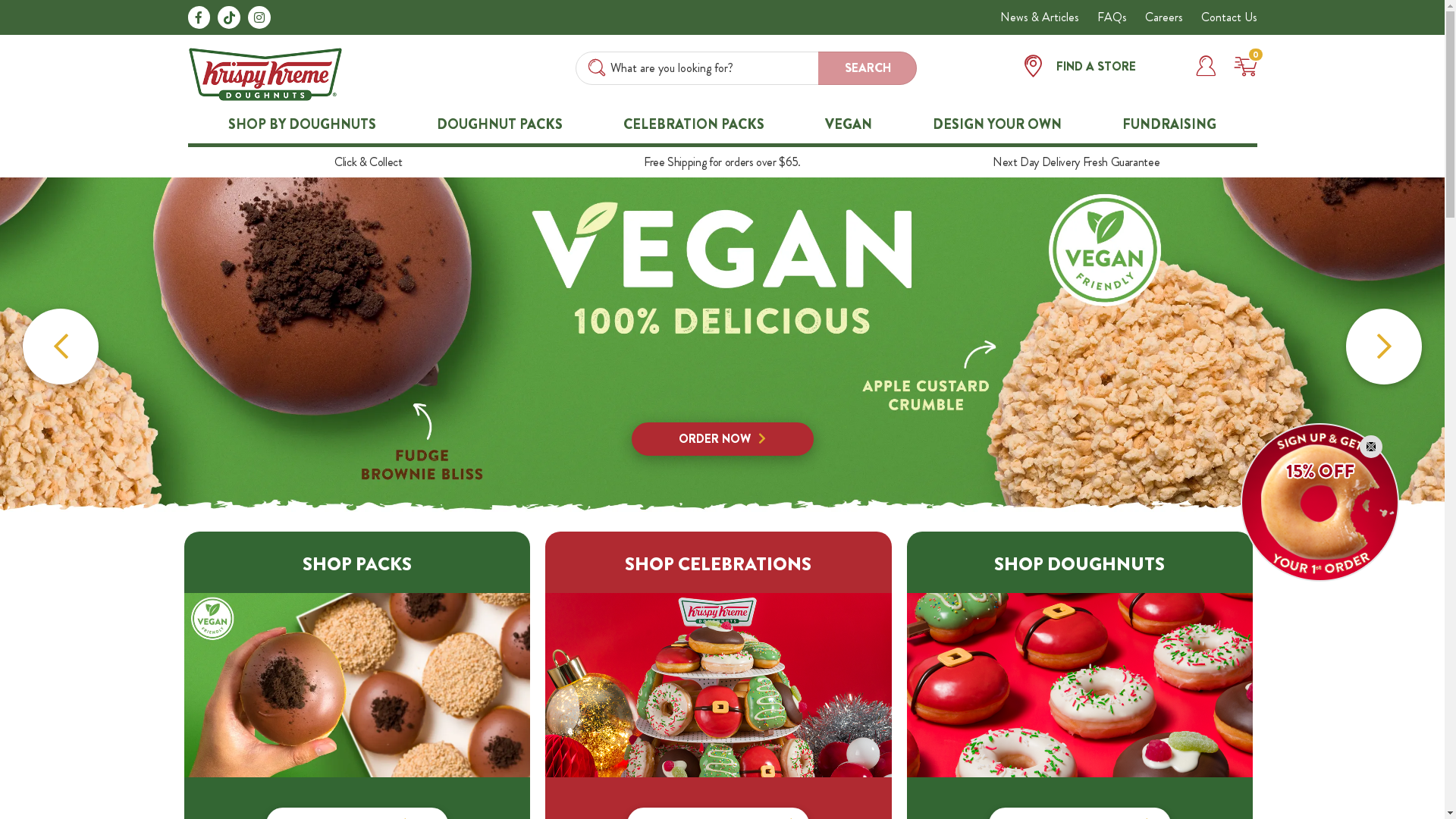 This screenshot has height=819, width=1456. Describe the element at coordinates (999, 17) in the screenshot. I see `'News & Articles'` at that location.